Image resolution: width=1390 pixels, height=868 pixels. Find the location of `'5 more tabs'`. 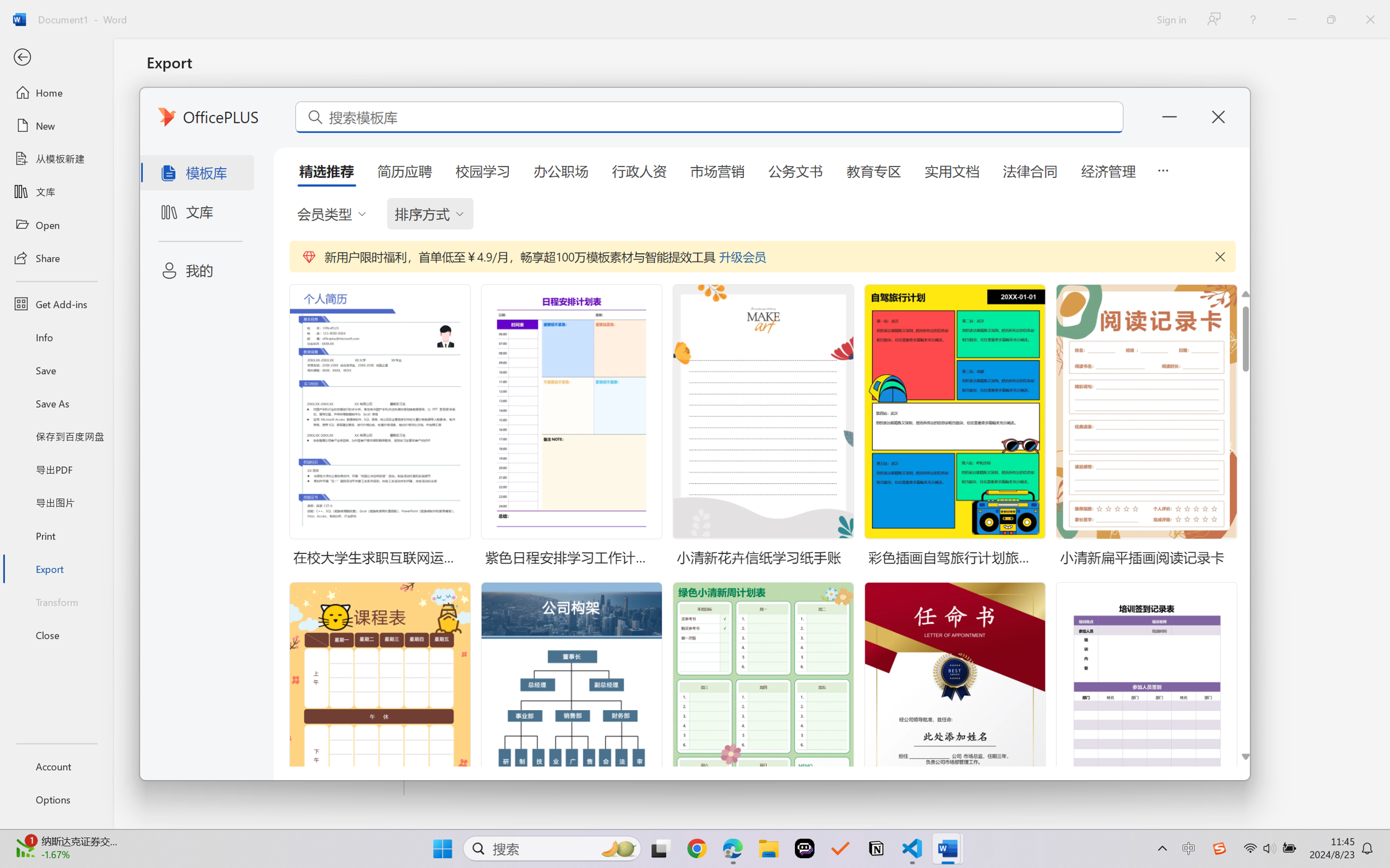

'5 more tabs' is located at coordinates (1163, 169).